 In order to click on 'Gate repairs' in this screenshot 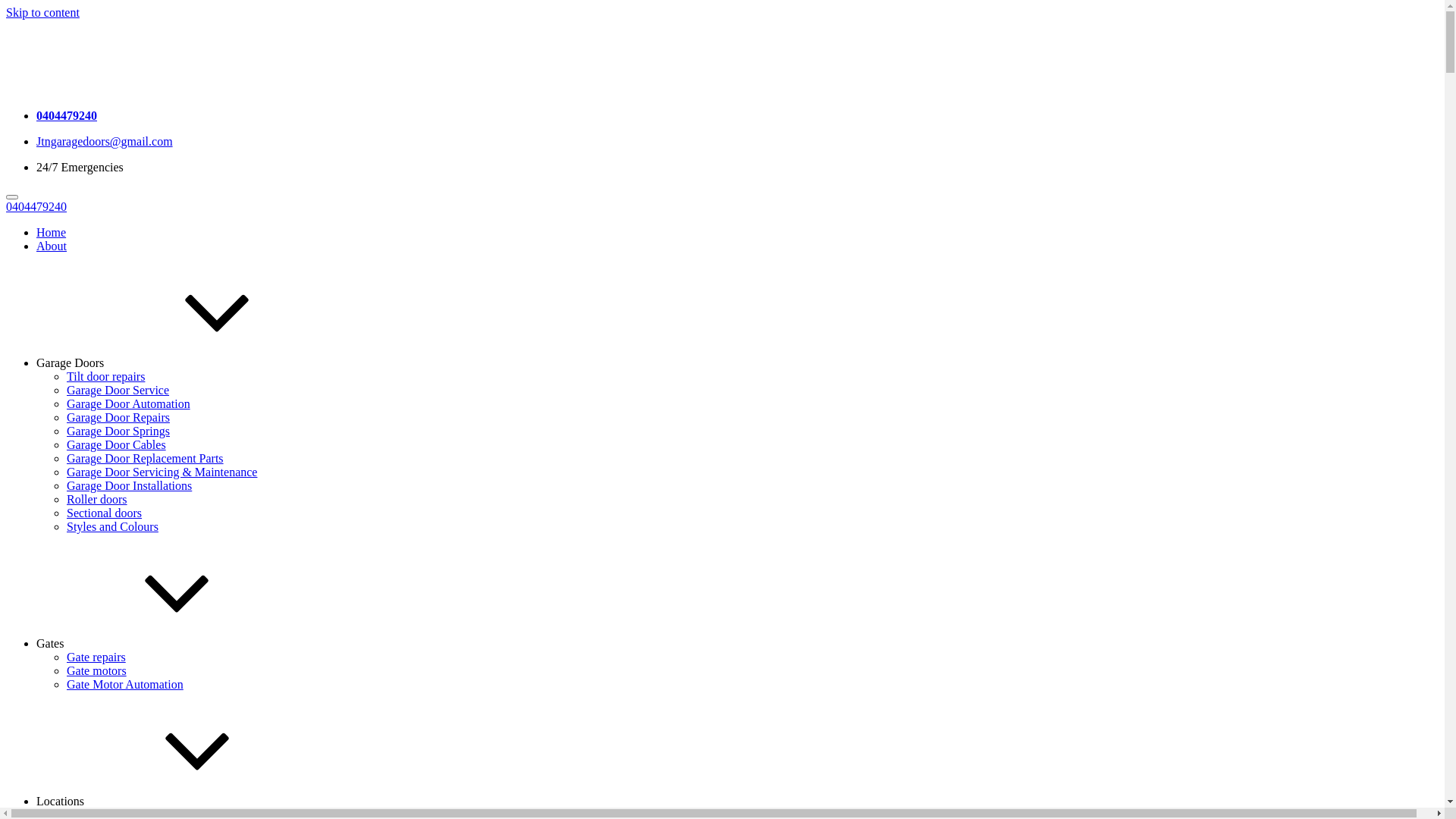, I will do `click(95, 656)`.